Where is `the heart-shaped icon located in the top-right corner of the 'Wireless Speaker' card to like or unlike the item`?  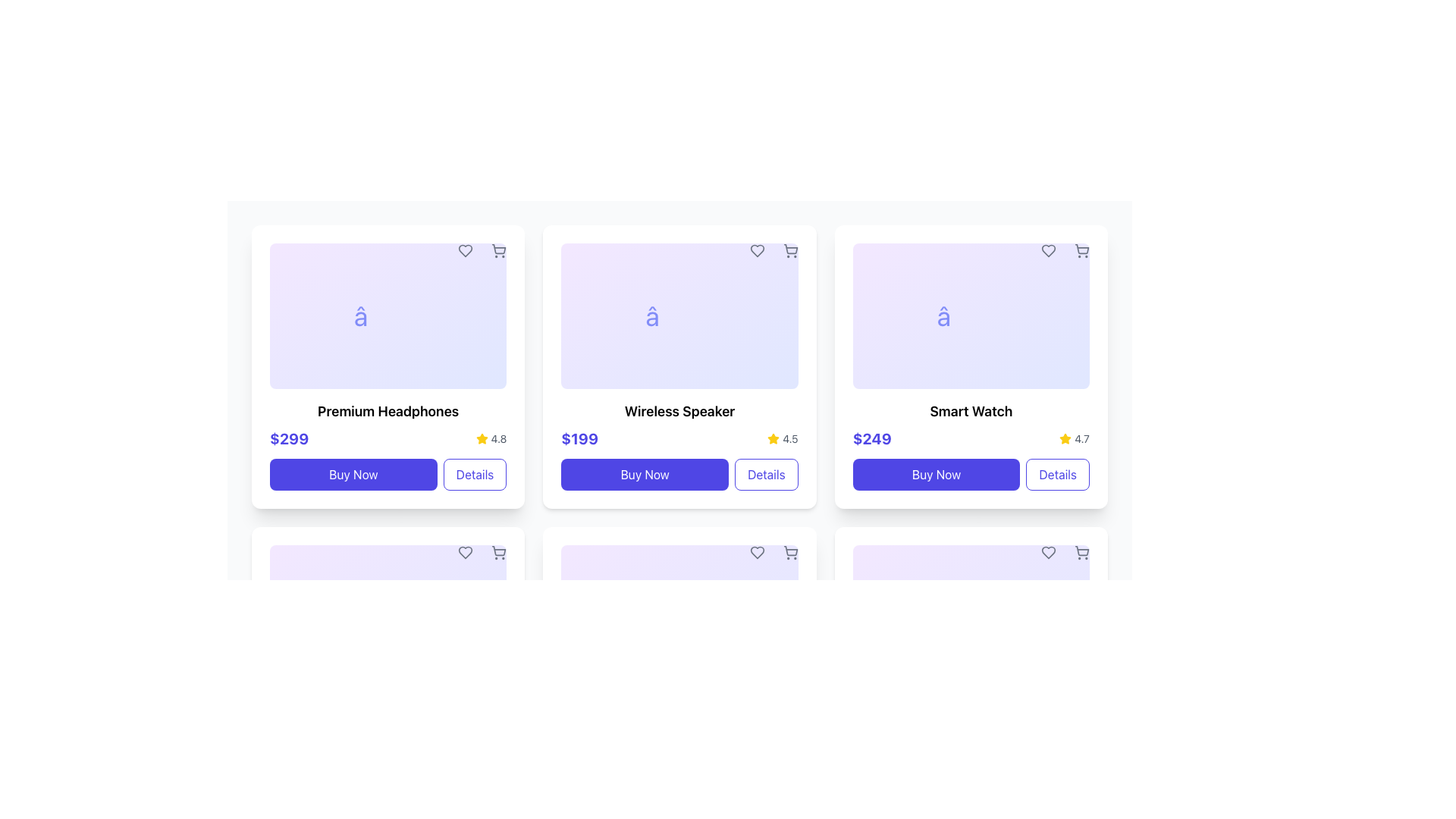 the heart-shaped icon located in the top-right corner of the 'Wireless Speaker' card to like or unlike the item is located at coordinates (757, 553).